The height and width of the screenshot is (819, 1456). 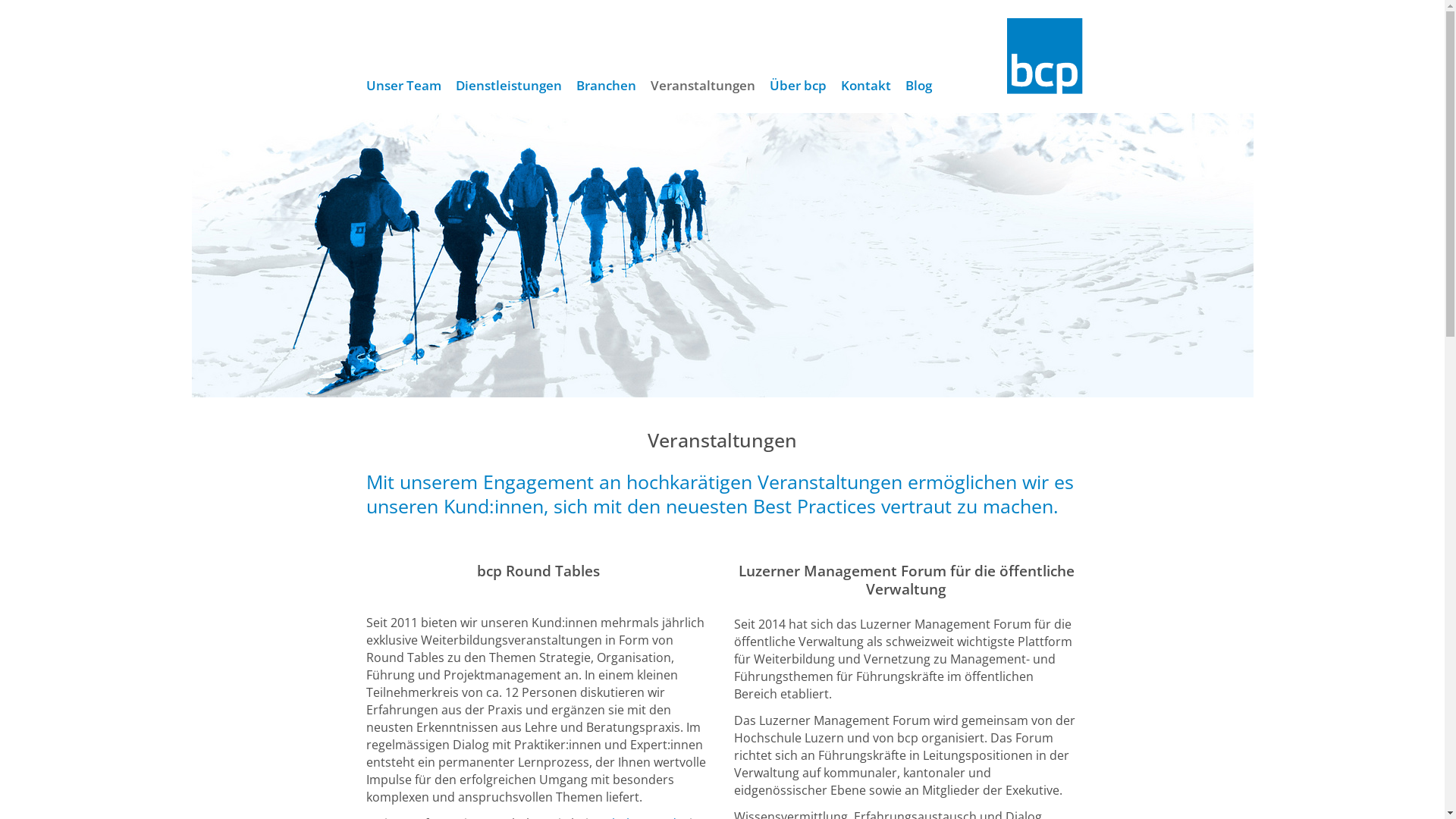 What do you see at coordinates (359, 85) in the screenshot?
I see `'Unser Team'` at bounding box center [359, 85].